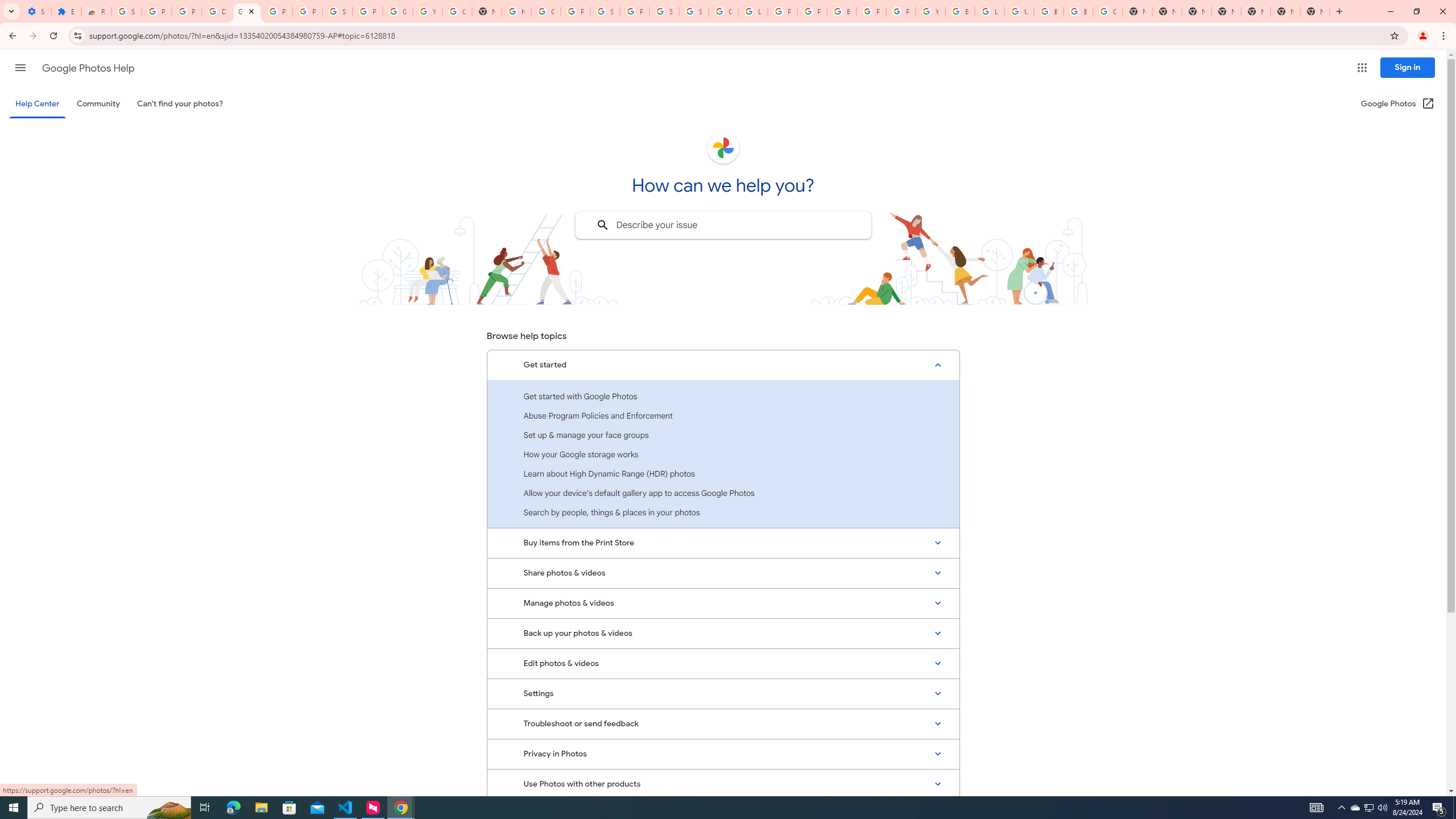 The height and width of the screenshot is (819, 1456). What do you see at coordinates (216, 11) in the screenshot?
I see `'Delete photos & videos - Computer - Google Photos Help'` at bounding box center [216, 11].